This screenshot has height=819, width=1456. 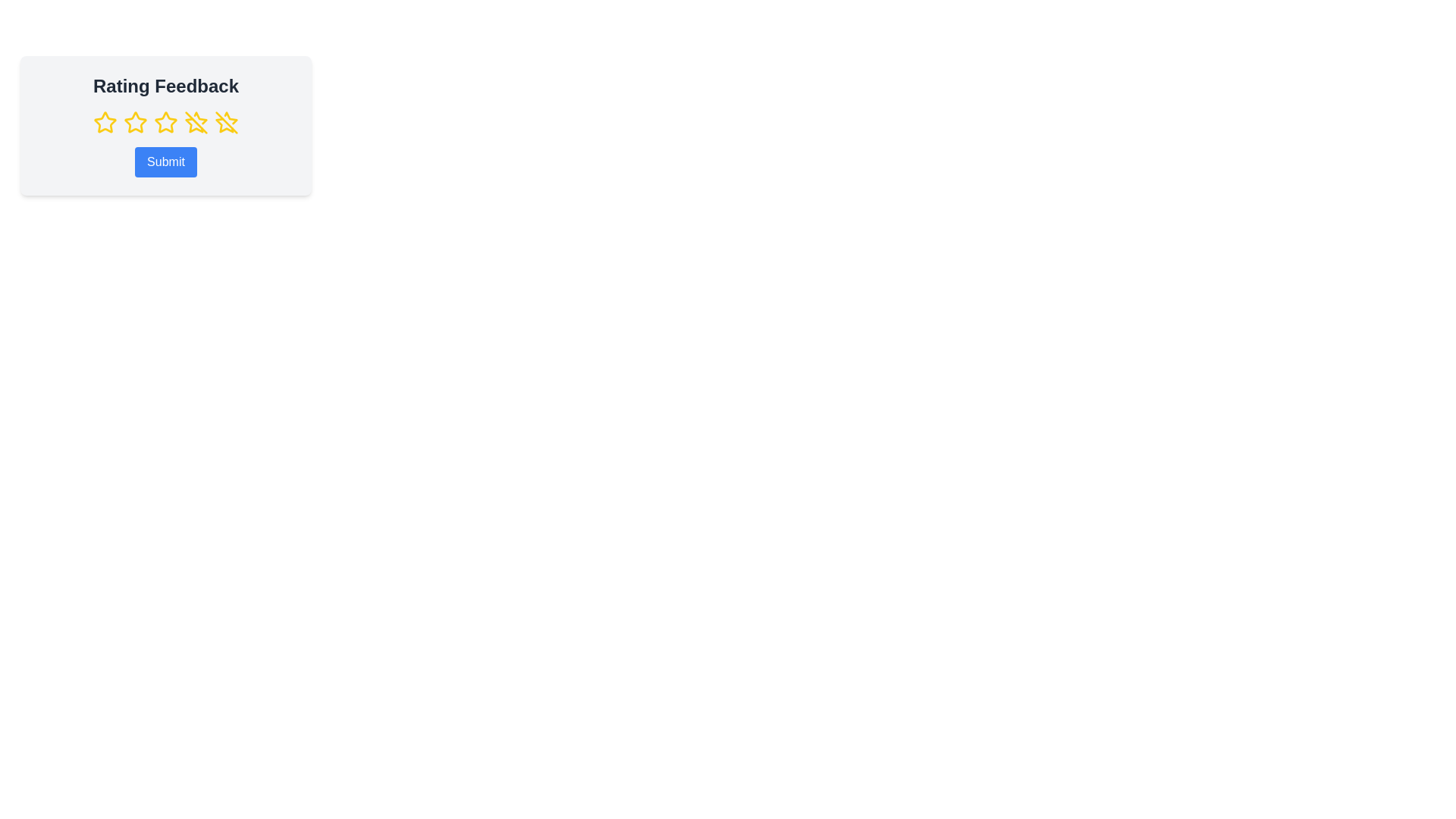 What do you see at coordinates (166, 121) in the screenshot?
I see `the third star-shaped rating icon outlined in yellow, which is visually distinct and located above the 'Submit' button` at bounding box center [166, 121].